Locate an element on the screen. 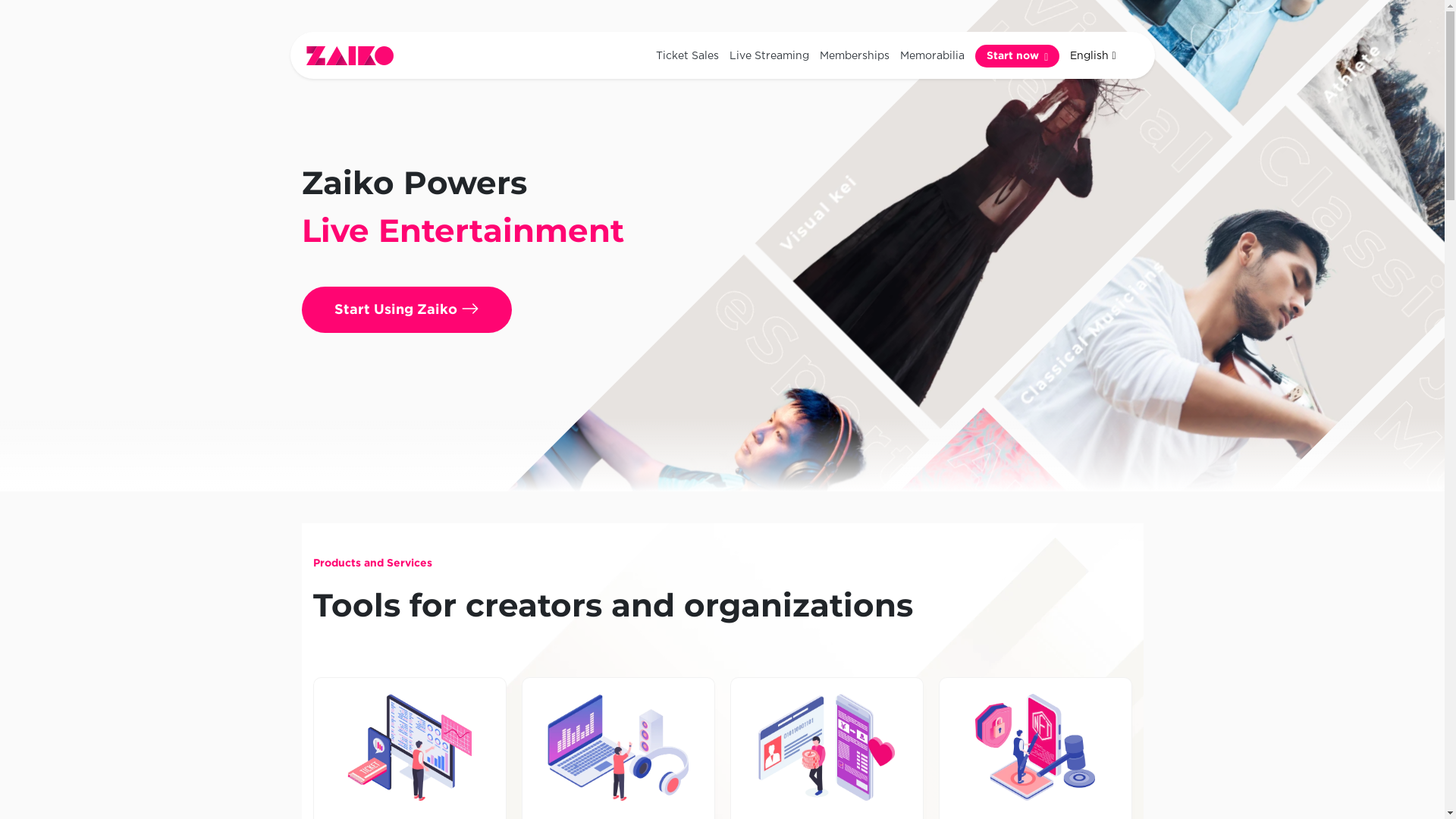  'Start now' is located at coordinates (1017, 55).